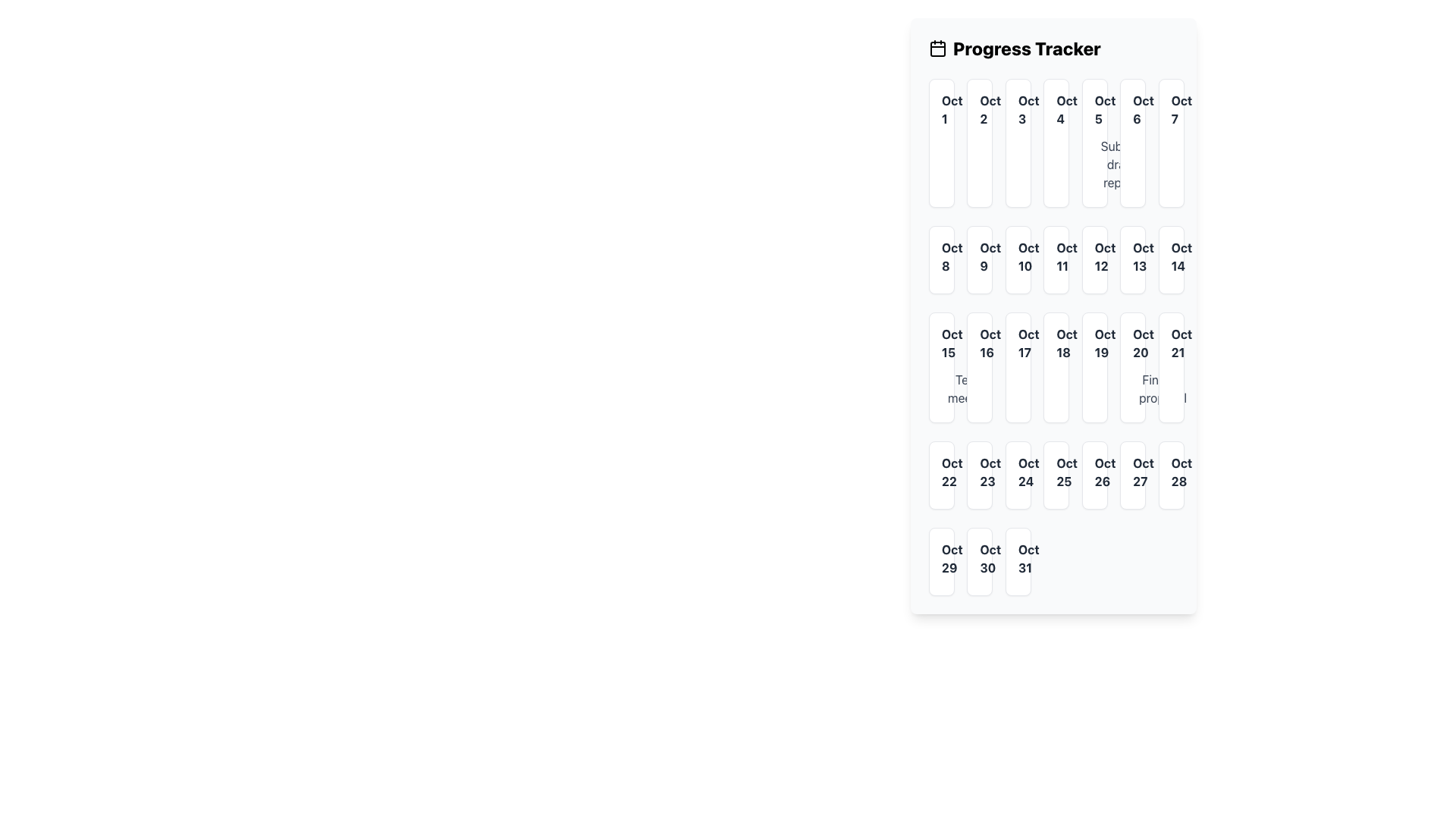 Image resolution: width=1456 pixels, height=819 pixels. What do you see at coordinates (941, 561) in the screenshot?
I see `the Date cell displaying 'Oct 29' in the calendar grid, which has a white background and a subtle shadow effect` at bounding box center [941, 561].